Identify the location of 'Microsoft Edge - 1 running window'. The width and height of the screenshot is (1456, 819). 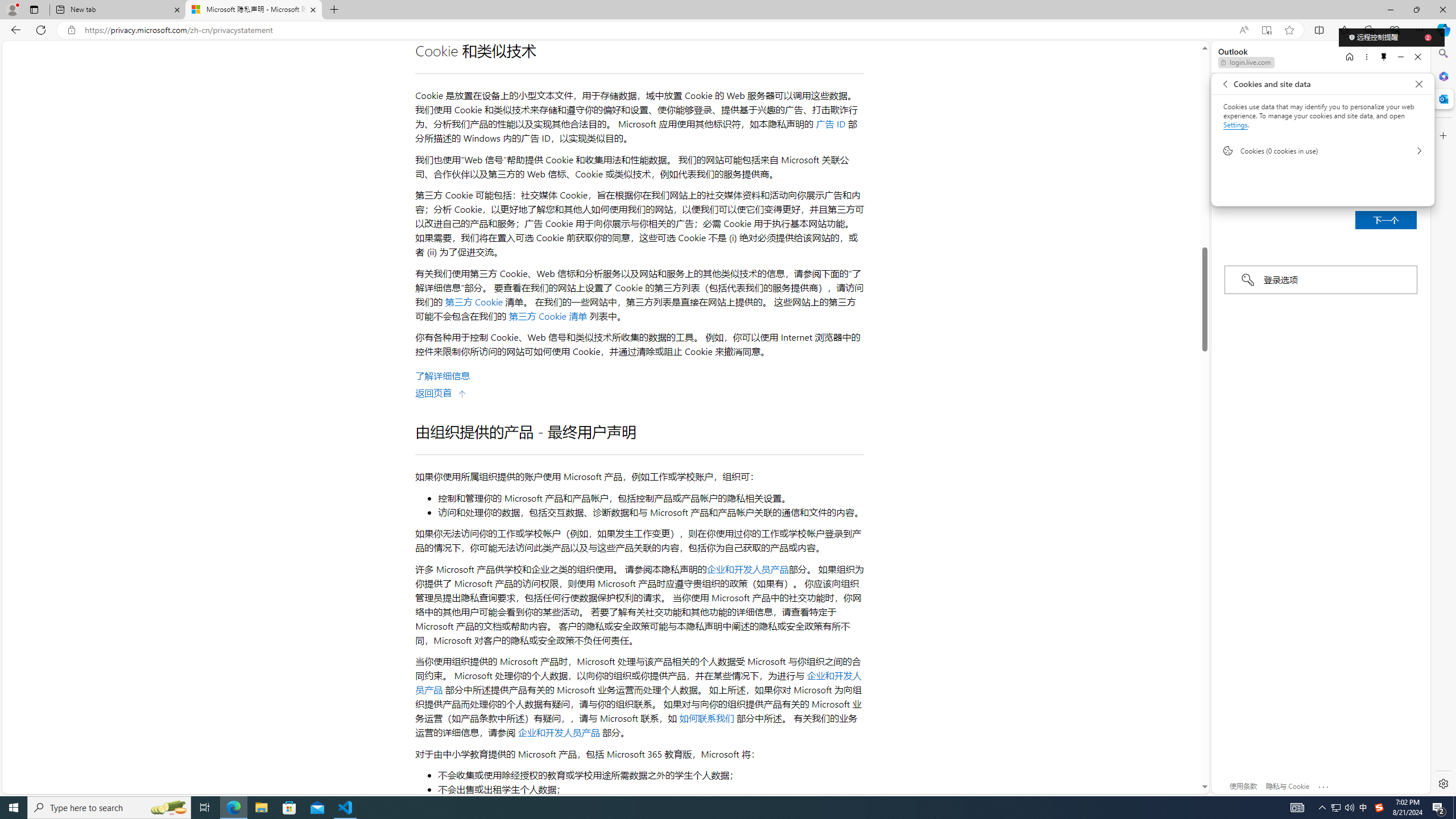
(233, 806).